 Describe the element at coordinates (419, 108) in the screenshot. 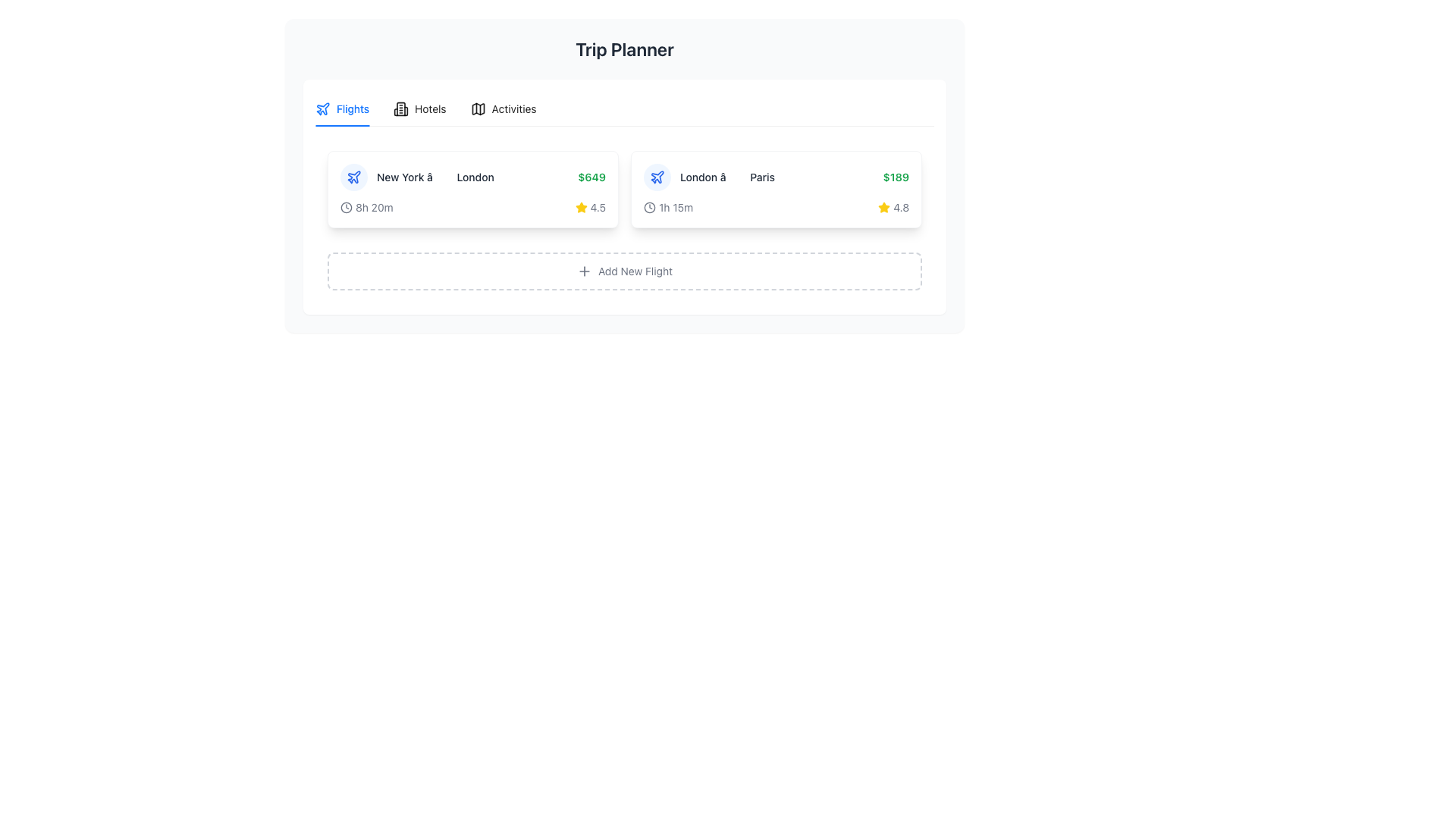

I see `the 'Hotels' navigation tab located in the middle of the tab group to switch the content view to hotel-related information` at that location.